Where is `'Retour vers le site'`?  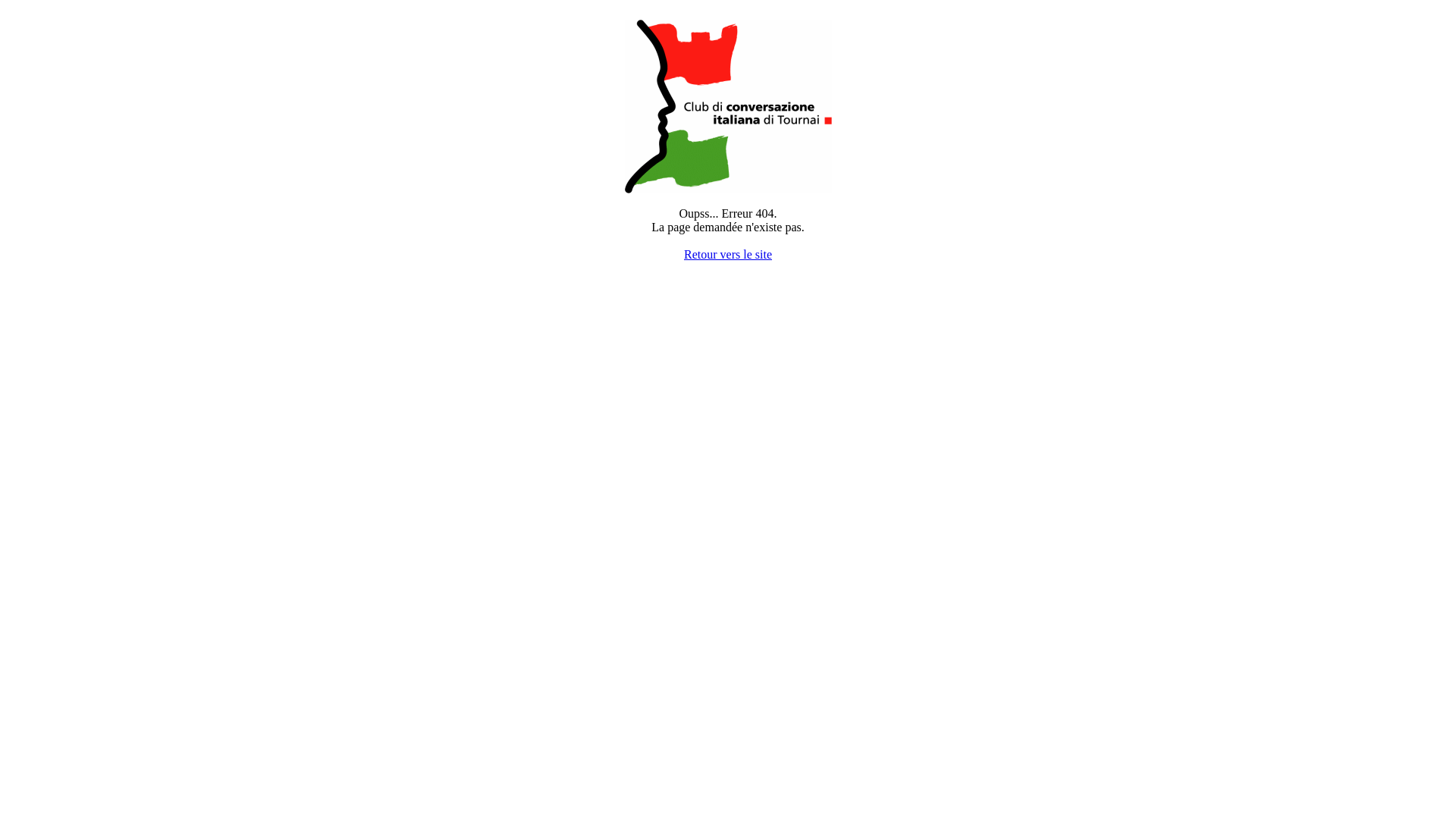 'Retour vers le site' is located at coordinates (683, 253).